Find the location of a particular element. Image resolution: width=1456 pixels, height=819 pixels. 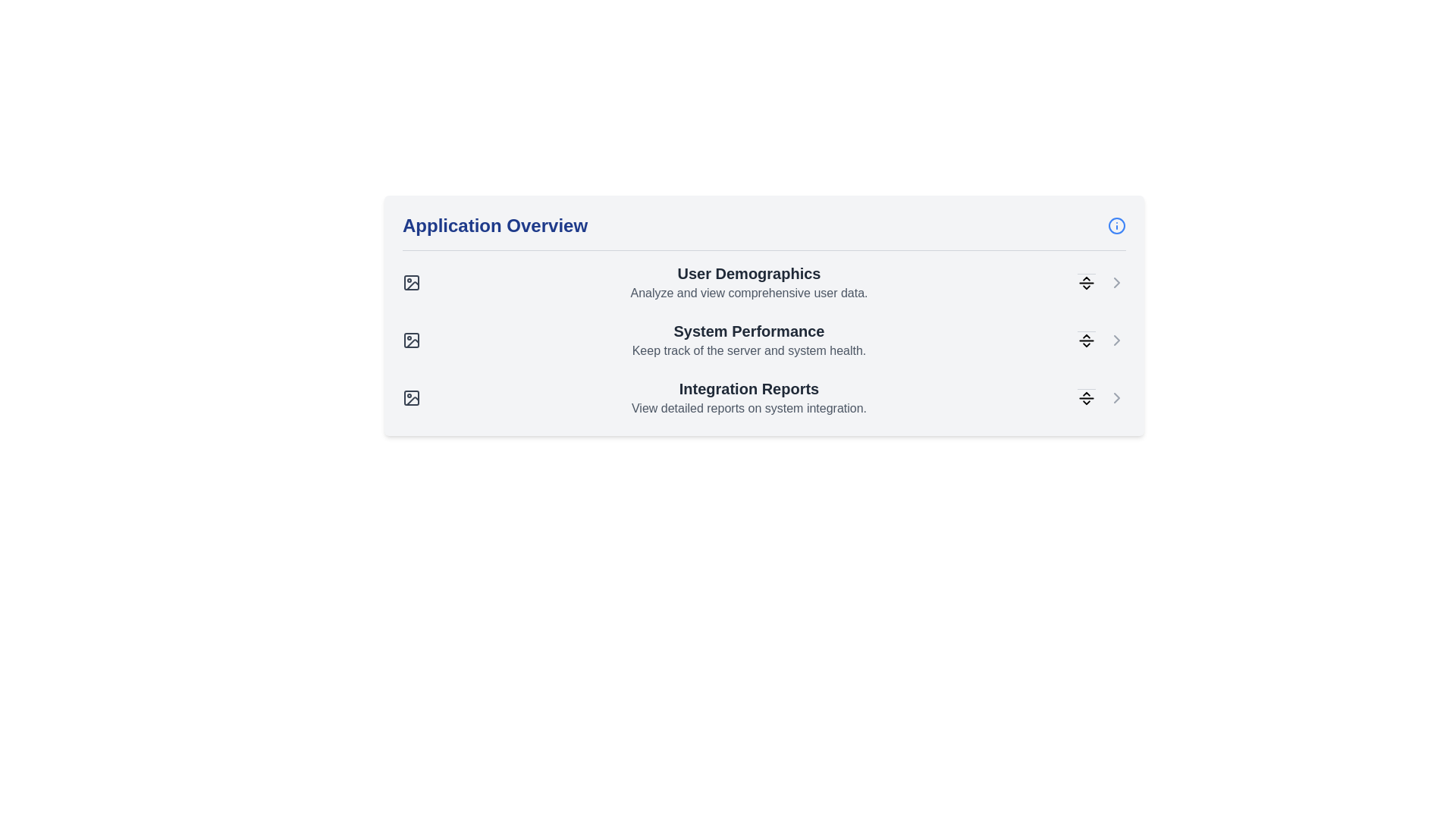

the clickable icon button located at the rightmost position of the 'User Demographics' section is located at coordinates (1117, 283).